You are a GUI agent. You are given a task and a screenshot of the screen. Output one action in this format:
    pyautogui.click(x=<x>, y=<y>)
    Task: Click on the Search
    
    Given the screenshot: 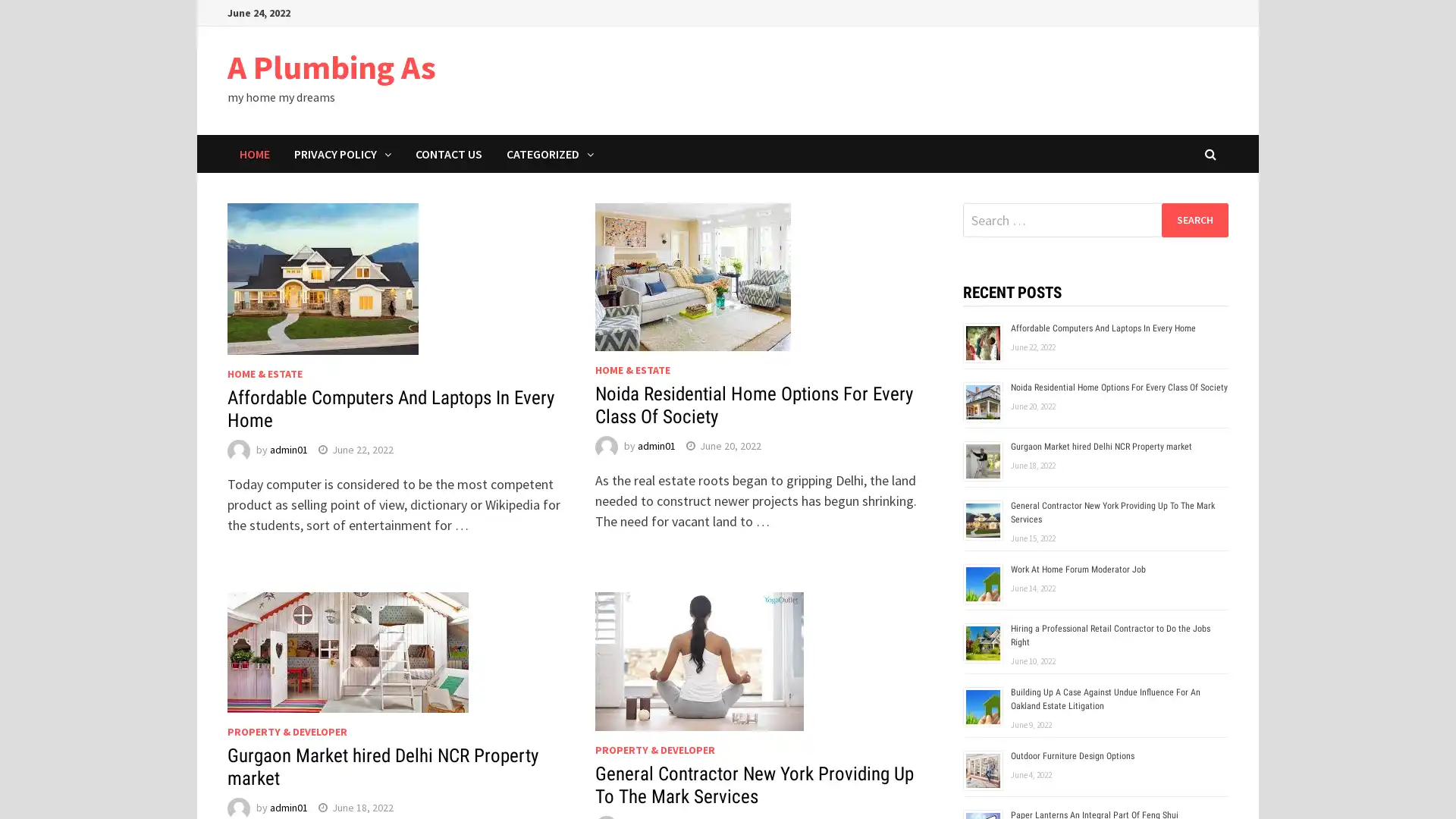 What is the action you would take?
    pyautogui.click(x=1194, y=219)
    